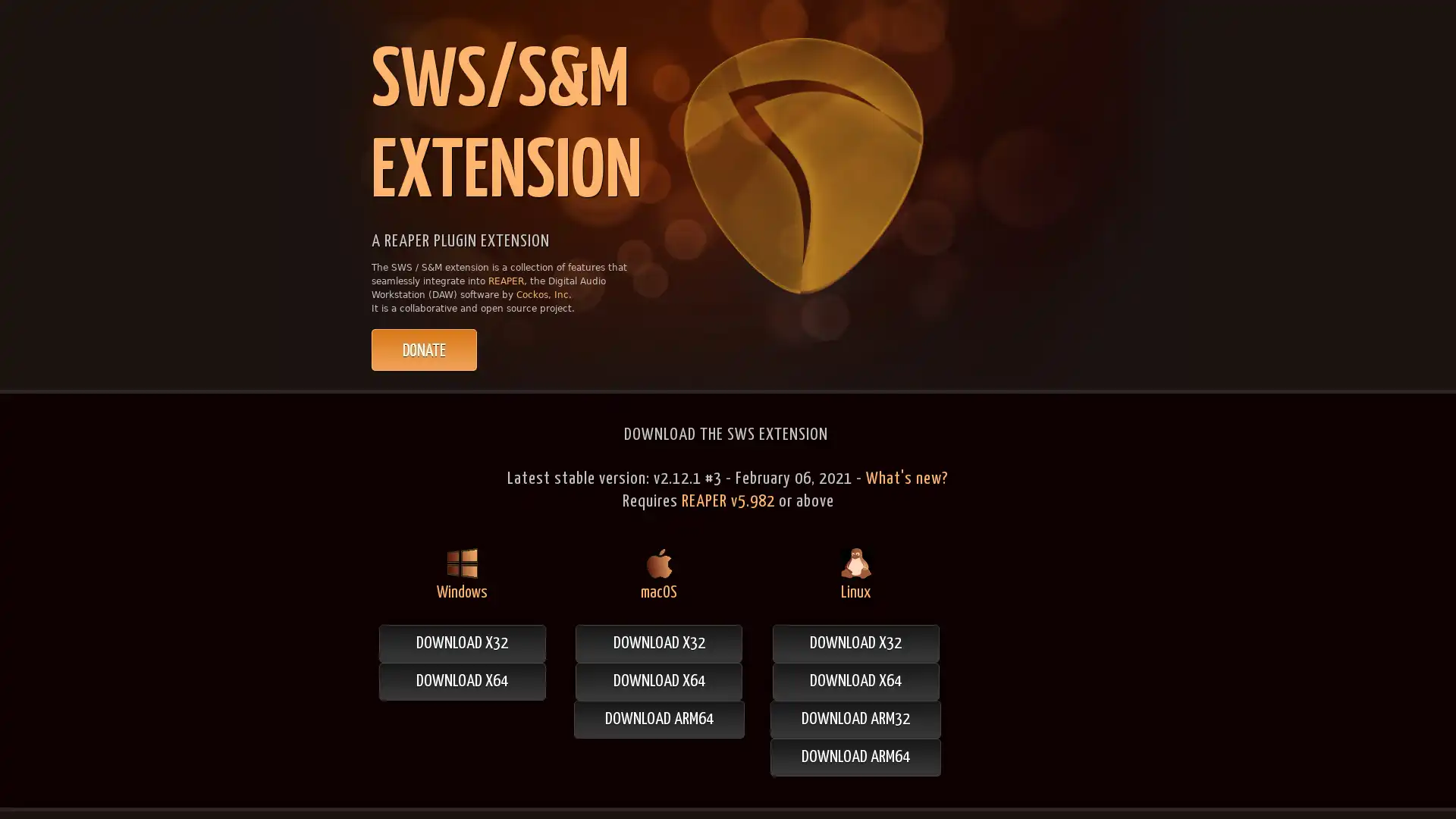 The width and height of the screenshot is (1456, 819). I want to click on DOWNLOAD ARM64, so click(726, 718).